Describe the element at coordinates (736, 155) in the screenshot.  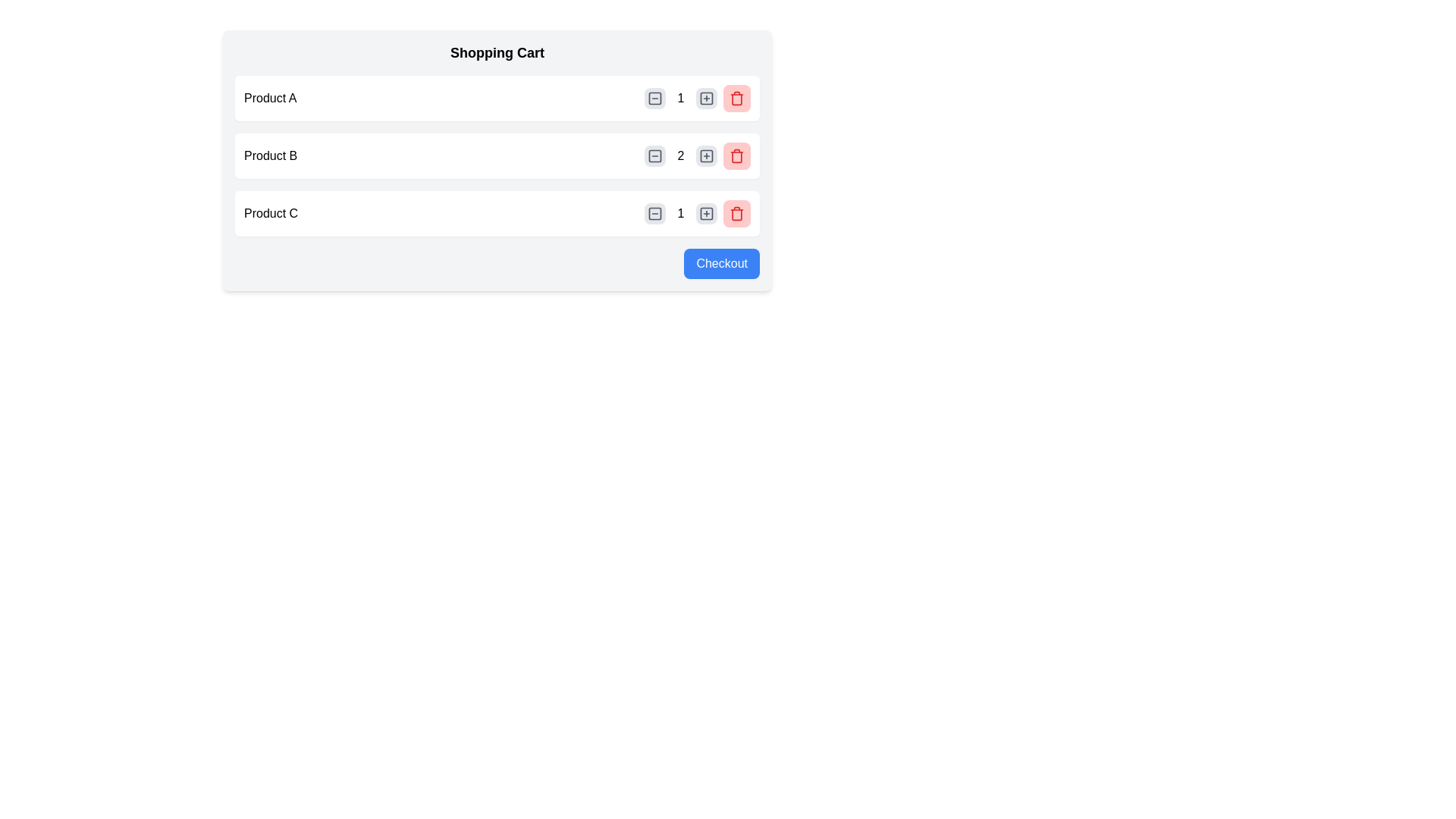
I see `the icon button on the far right of 'Product B' in the shopping cart` at that location.